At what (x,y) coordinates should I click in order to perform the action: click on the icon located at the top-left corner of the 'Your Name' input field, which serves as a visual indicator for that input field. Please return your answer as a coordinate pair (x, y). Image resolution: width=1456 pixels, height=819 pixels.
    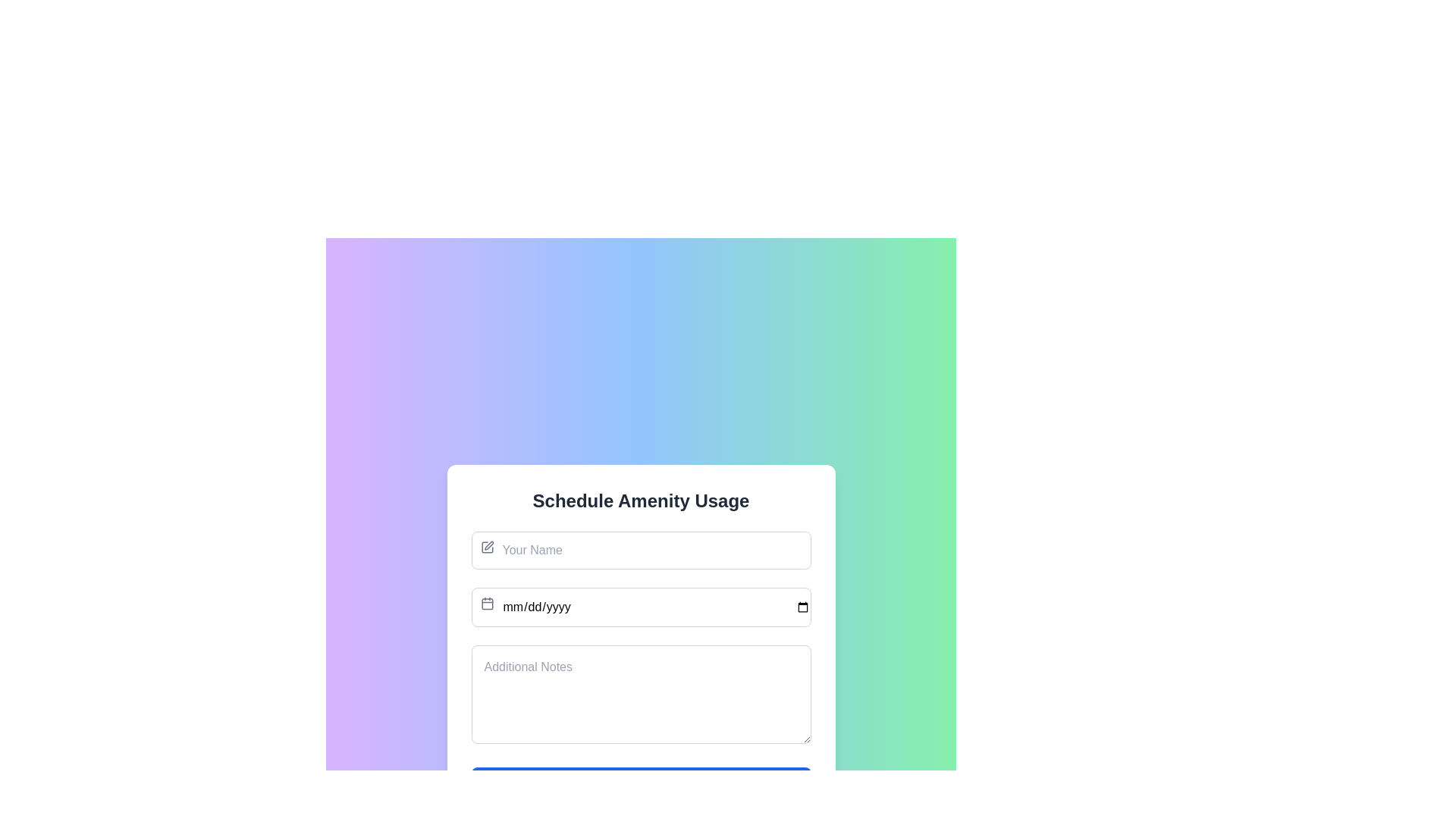
    Looking at the image, I should click on (487, 547).